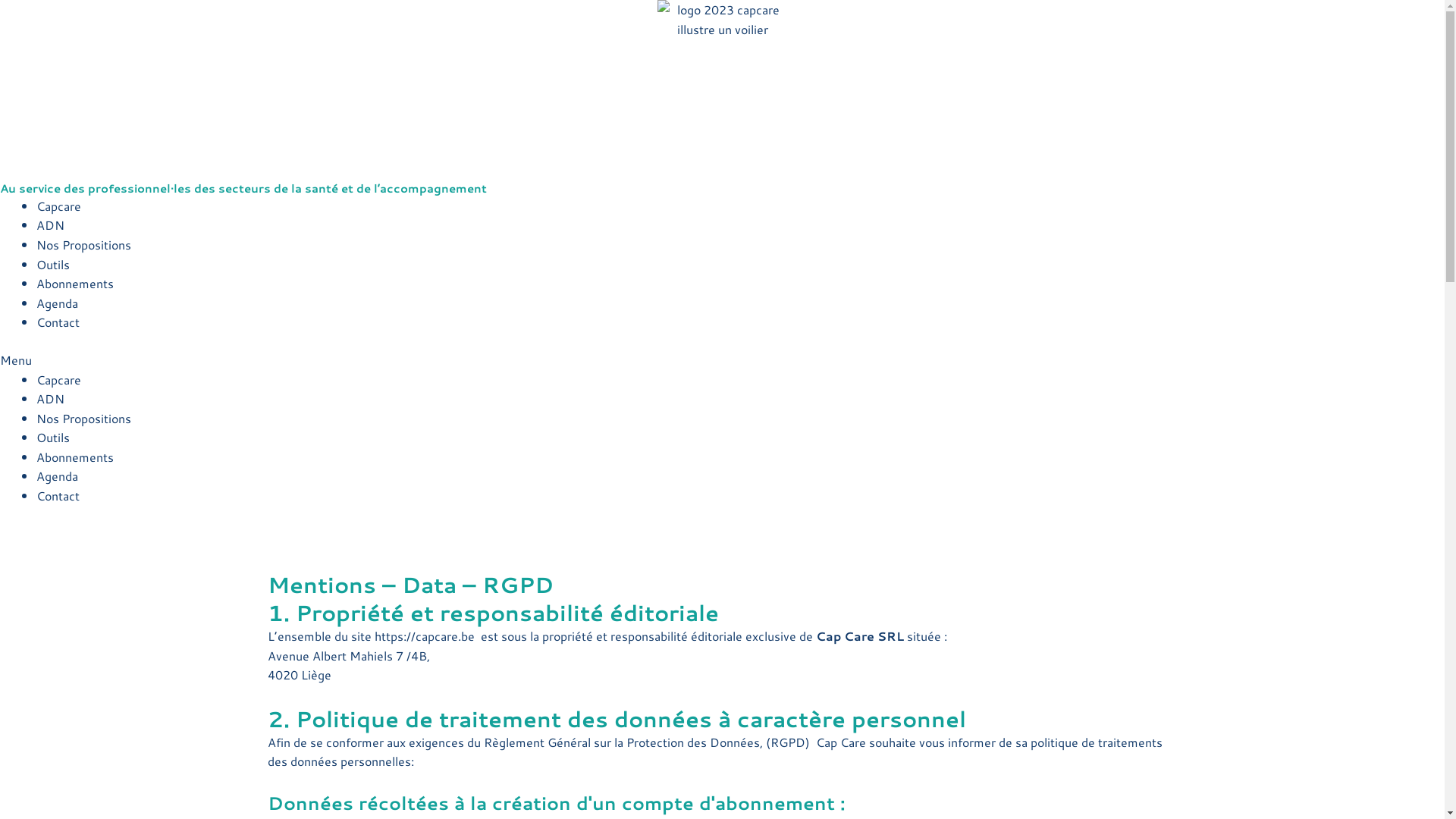 This screenshot has height=819, width=1456. I want to click on 'Capcare', so click(58, 206).